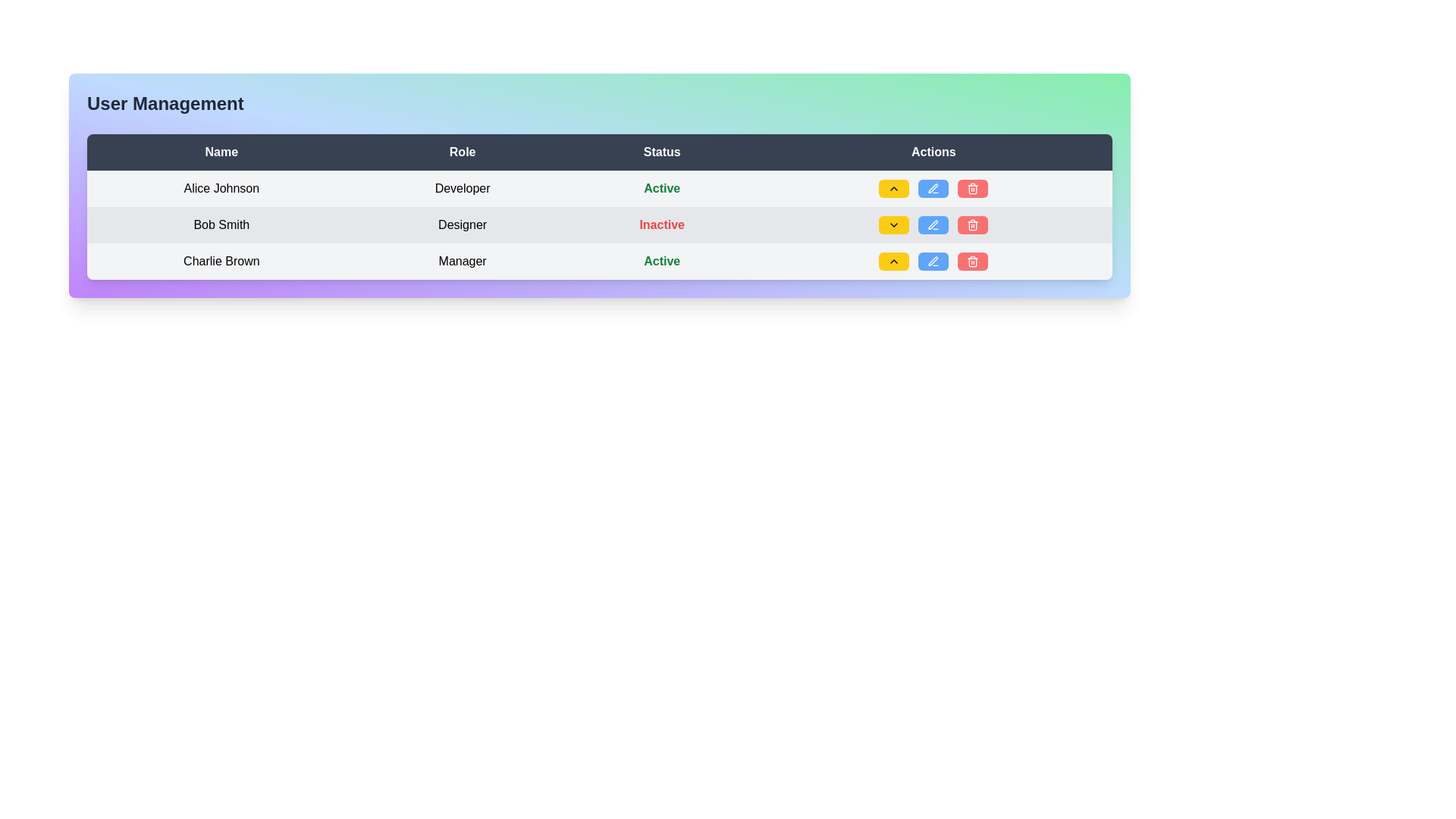 This screenshot has height=819, width=1456. What do you see at coordinates (894, 260) in the screenshot?
I see `the yellow button with a black upward-pointing chevron symbol located in the 'Actions' column for 'Charlie Brown', positioned above the edit and delete buttons` at bounding box center [894, 260].